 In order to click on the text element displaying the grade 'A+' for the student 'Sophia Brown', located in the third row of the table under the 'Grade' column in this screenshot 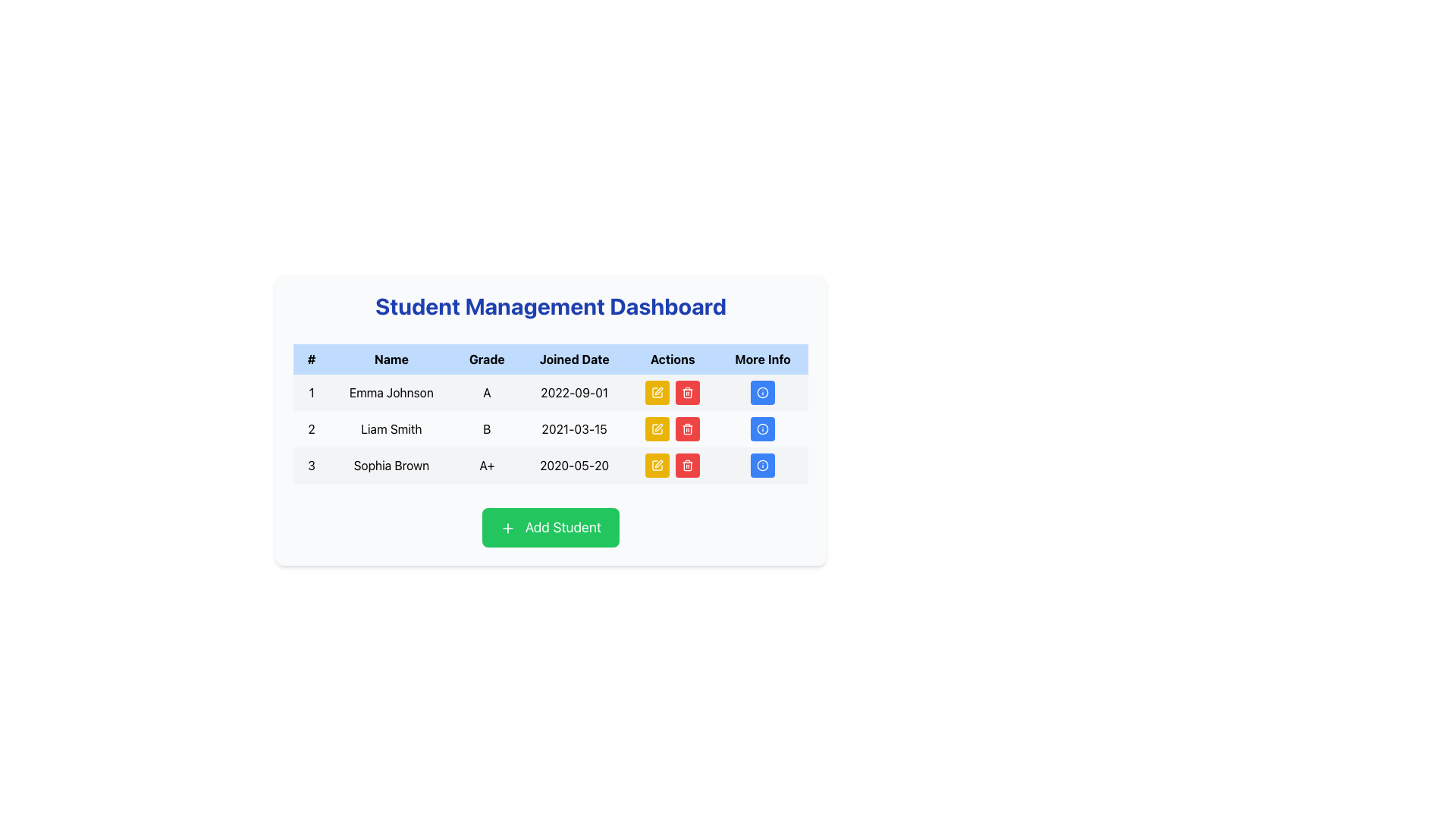, I will do `click(487, 464)`.